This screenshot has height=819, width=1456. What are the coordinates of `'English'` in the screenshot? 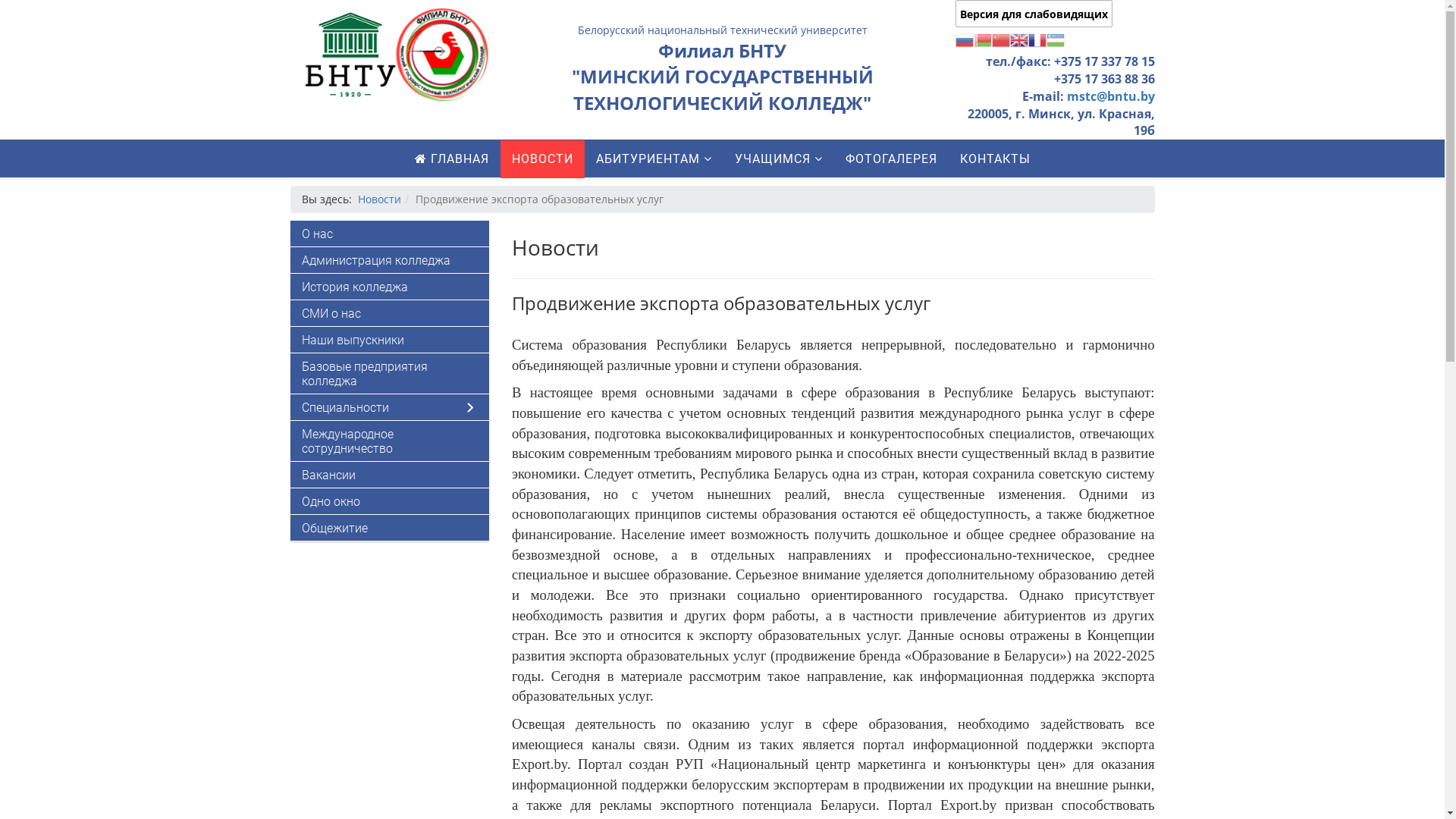 It's located at (1009, 38).